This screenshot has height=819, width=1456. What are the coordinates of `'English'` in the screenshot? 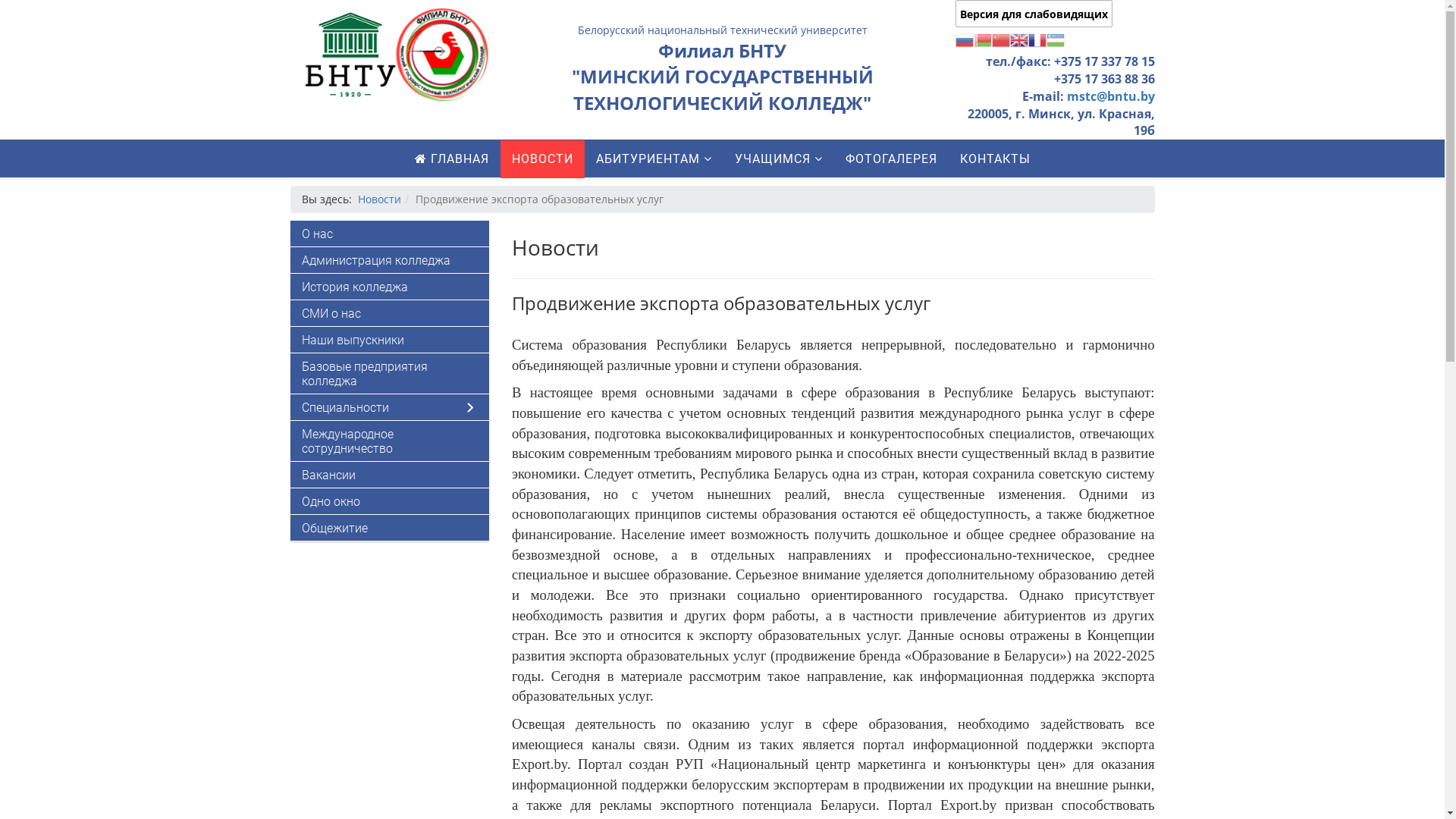 It's located at (1009, 38).